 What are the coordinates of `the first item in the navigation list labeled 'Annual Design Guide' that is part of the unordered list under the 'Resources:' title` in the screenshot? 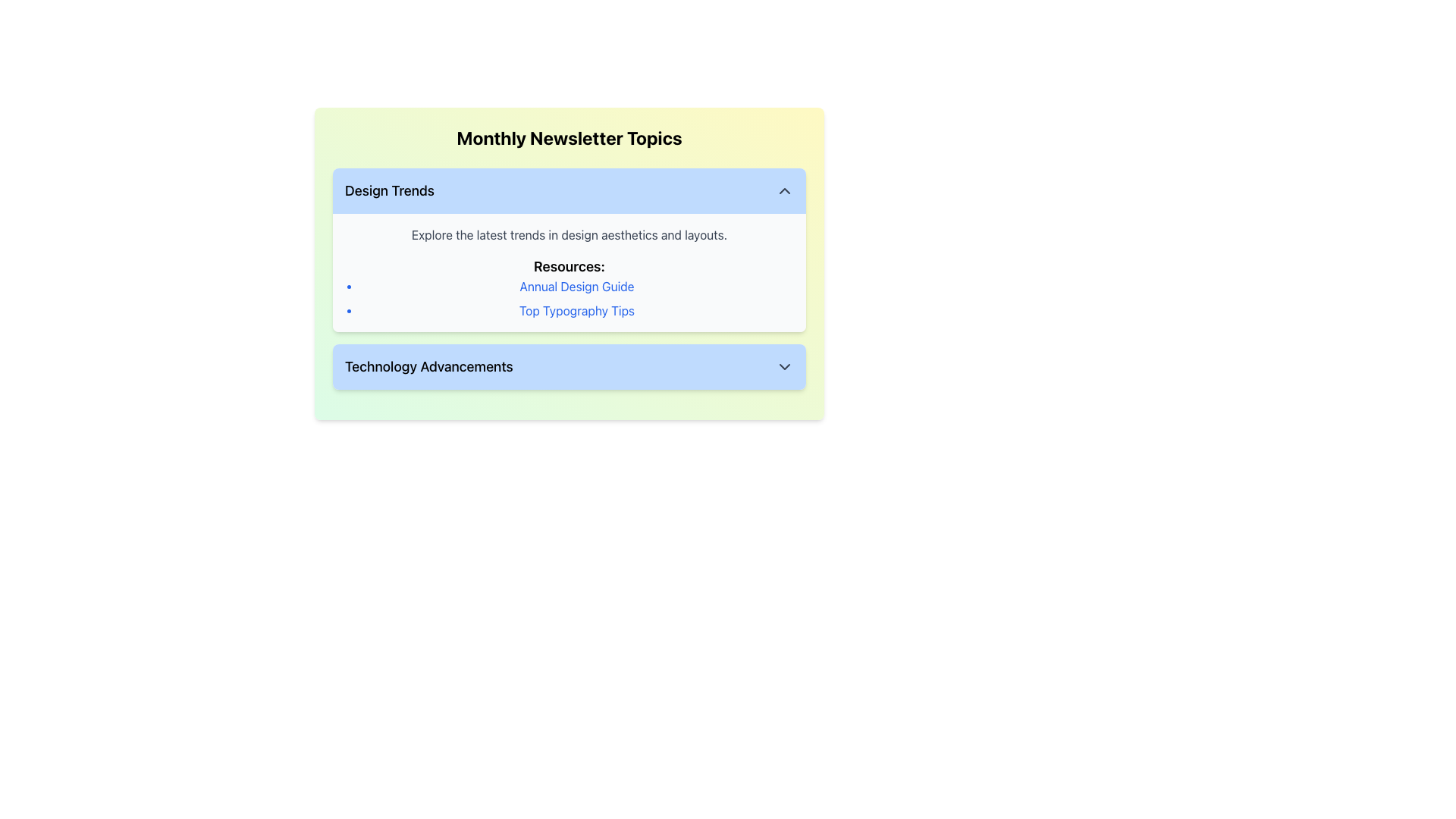 It's located at (568, 298).